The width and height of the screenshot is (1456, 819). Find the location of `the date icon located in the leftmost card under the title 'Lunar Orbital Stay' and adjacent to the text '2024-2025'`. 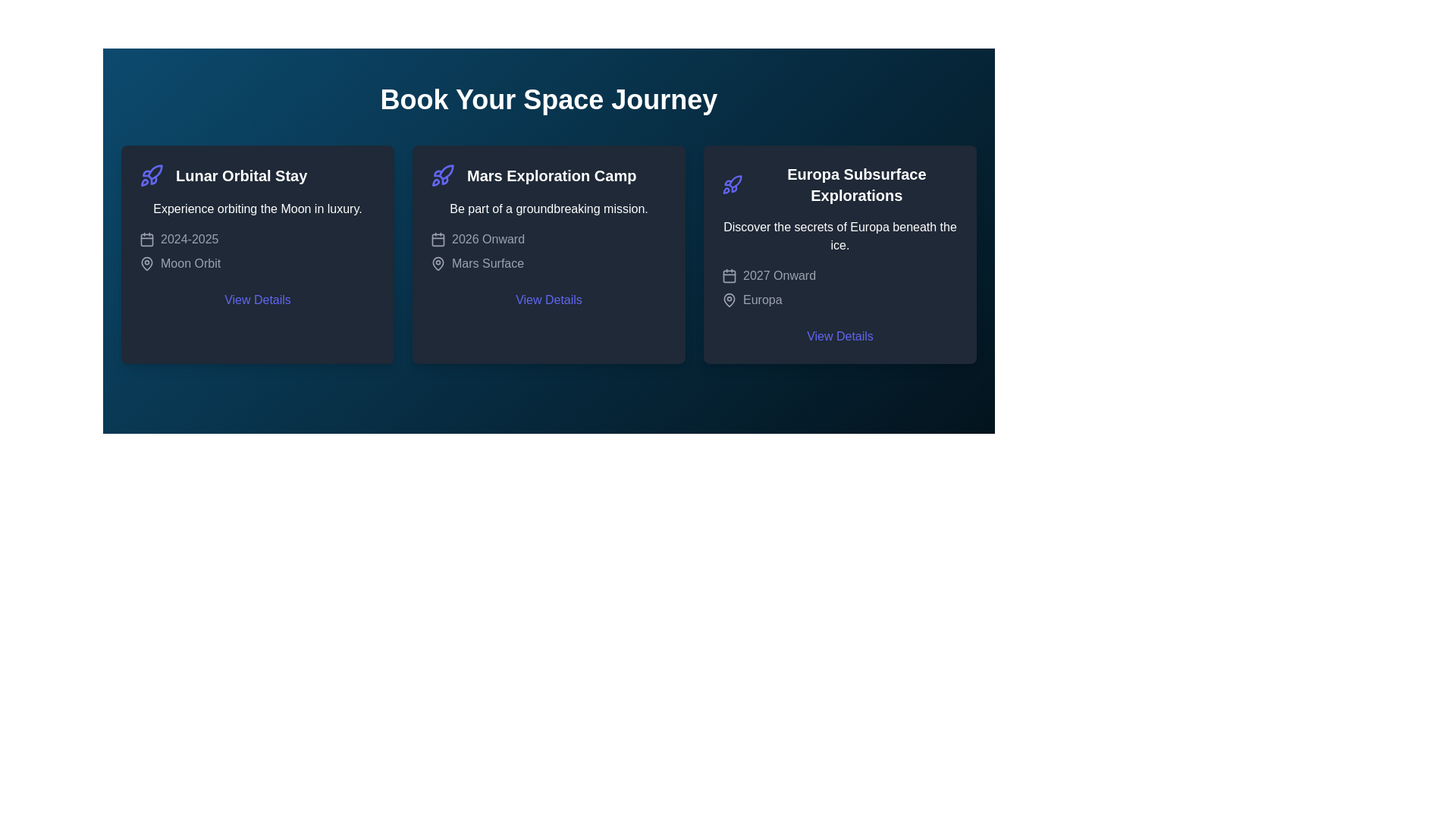

the date icon located in the leftmost card under the title 'Lunar Orbital Stay' and adjacent to the text '2024-2025' is located at coordinates (146, 239).